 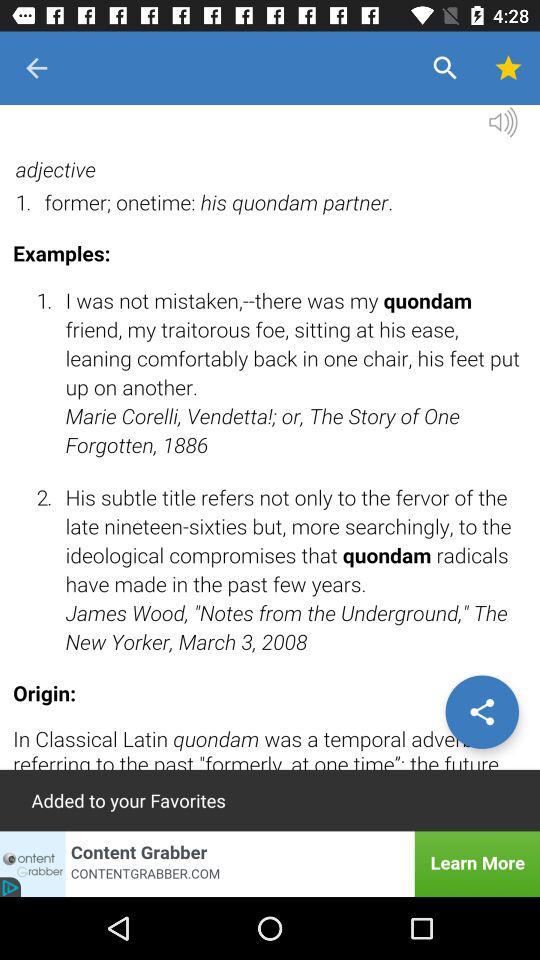 I want to click on the volume icon, so click(x=502, y=125).